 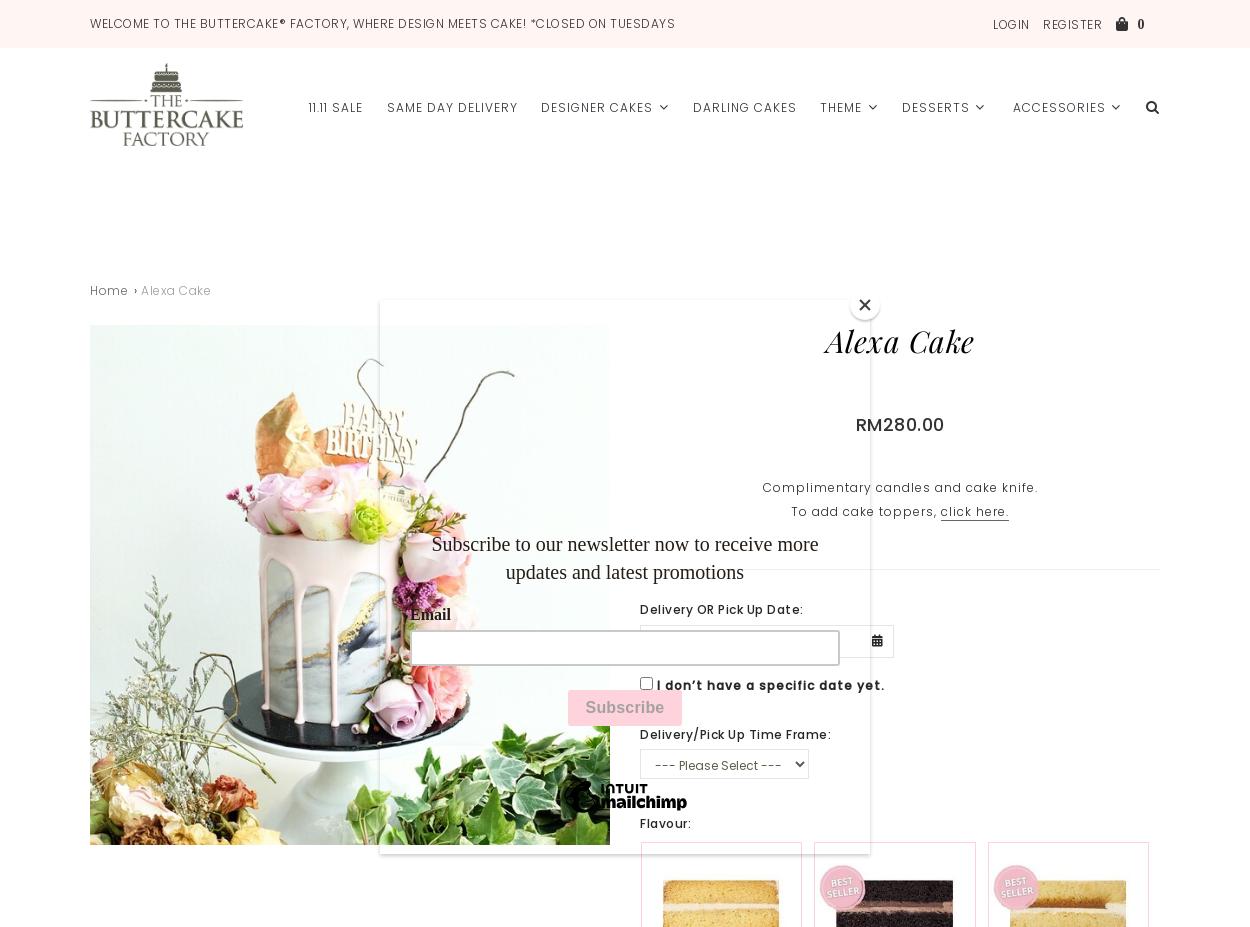 I want to click on 'WELCOME TO THE BUTTERCAKE® FACTORY, WHERE DESIGN MEETS CAKE! *Closed ON TuesdayS', so click(x=382, y=22).